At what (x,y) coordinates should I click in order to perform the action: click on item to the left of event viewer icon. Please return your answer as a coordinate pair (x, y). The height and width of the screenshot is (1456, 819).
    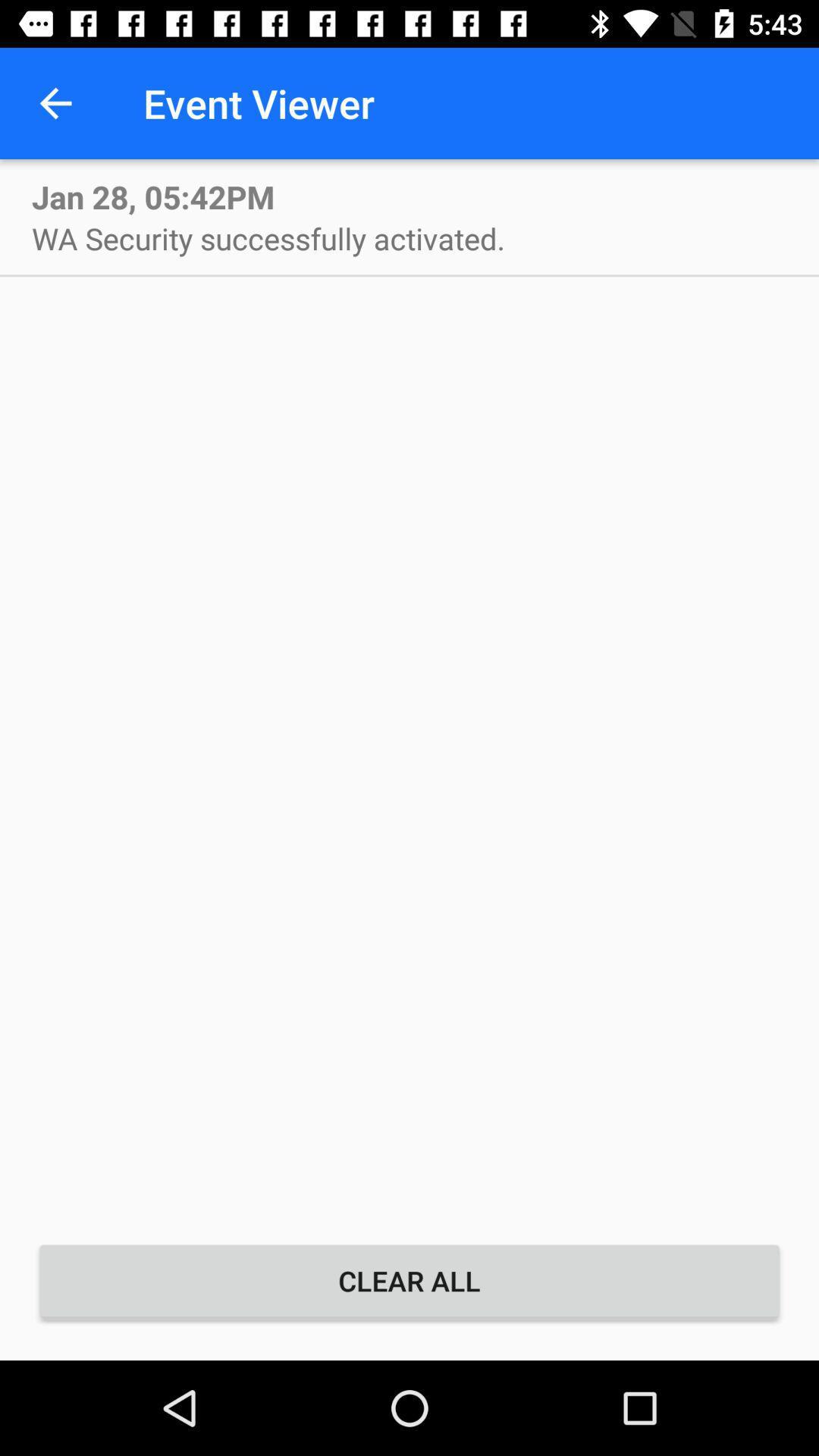
    Looking at the image, I should click on (55, 102).